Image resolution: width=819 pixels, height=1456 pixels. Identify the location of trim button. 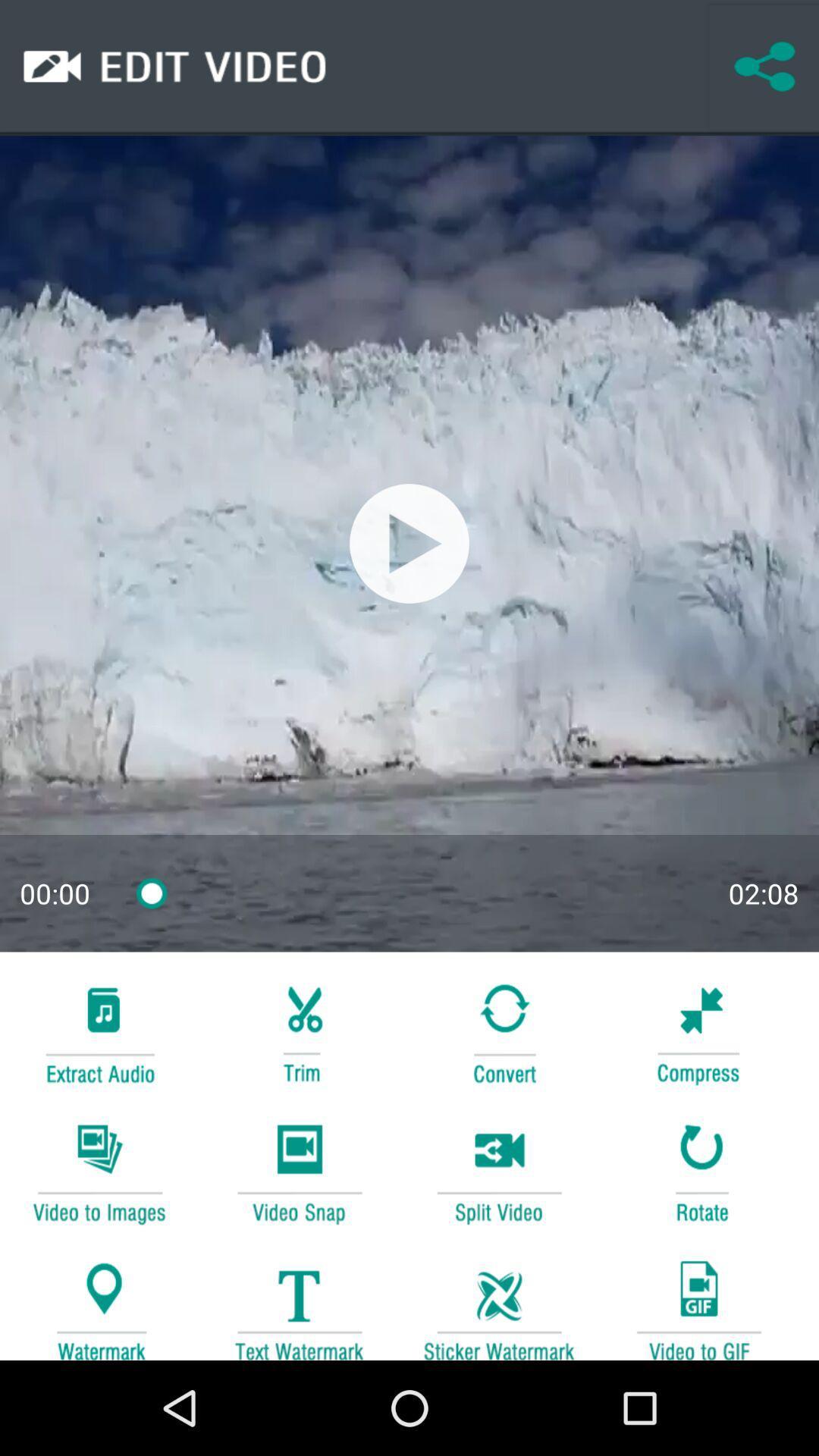
(299, 1031).